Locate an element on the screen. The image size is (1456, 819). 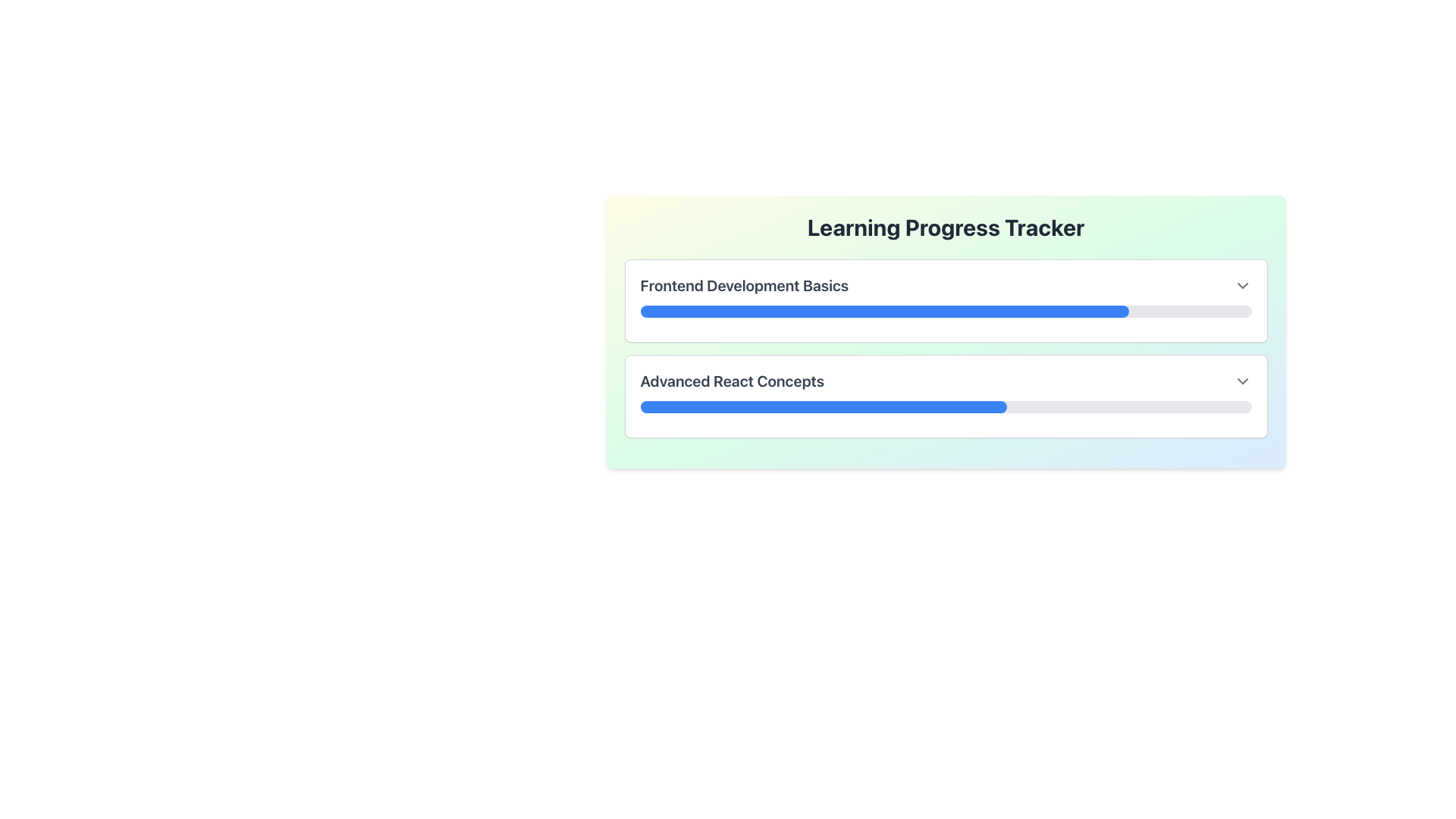
the progress bar segment indicating 60% completion in the 'Advanced React Concepts' course area is located at coordinates (823, 406).